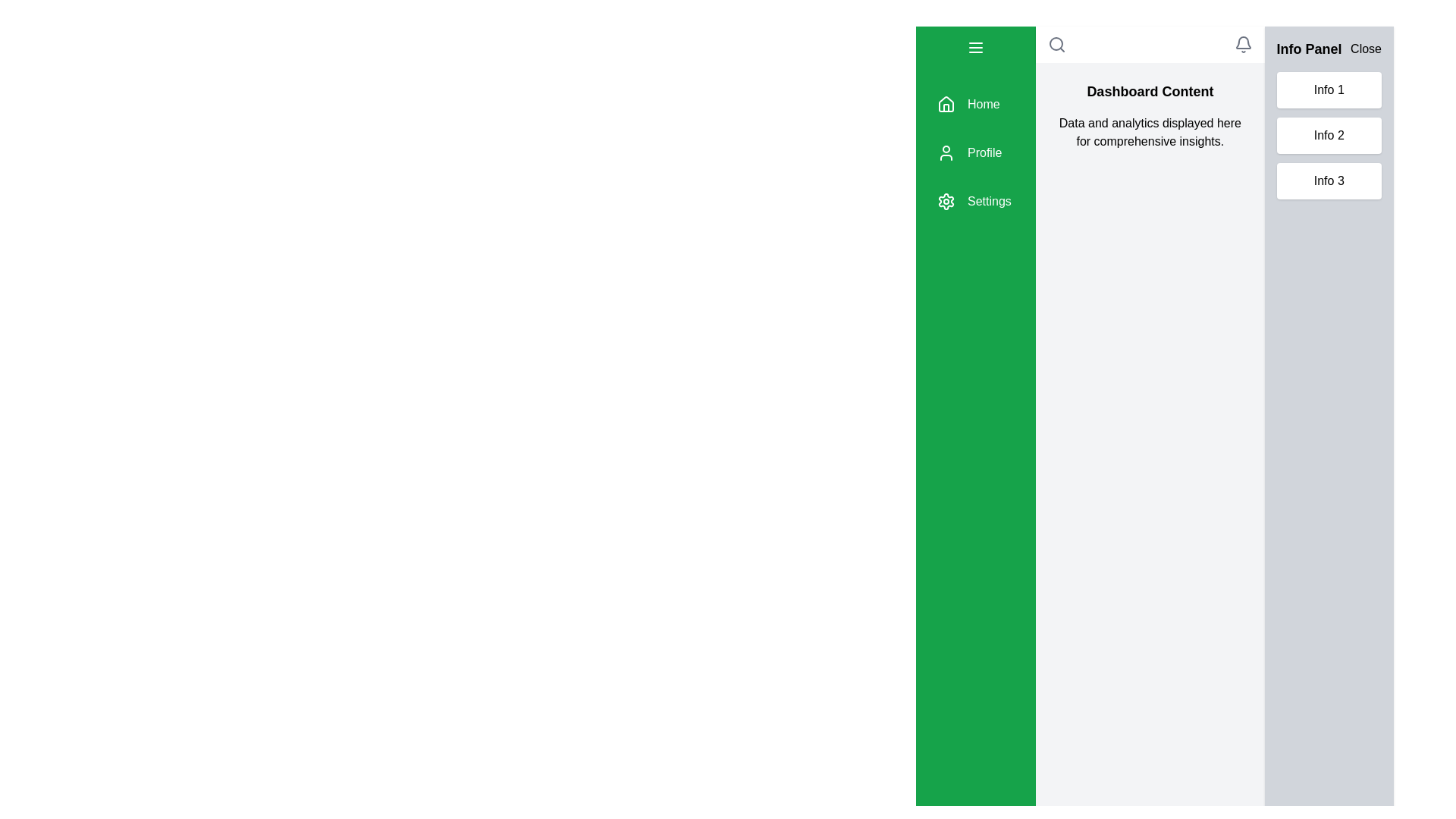 The height and width of the screenshot is (819, 1456). What do you see at coordinates (1328, 134) in the screenshot?
I see `the 'Info 2' button located in the sidebar labeled 'Info Panel', which is the second button in a vertical stack of three similar buttons` at bounding box center [1328, 134].